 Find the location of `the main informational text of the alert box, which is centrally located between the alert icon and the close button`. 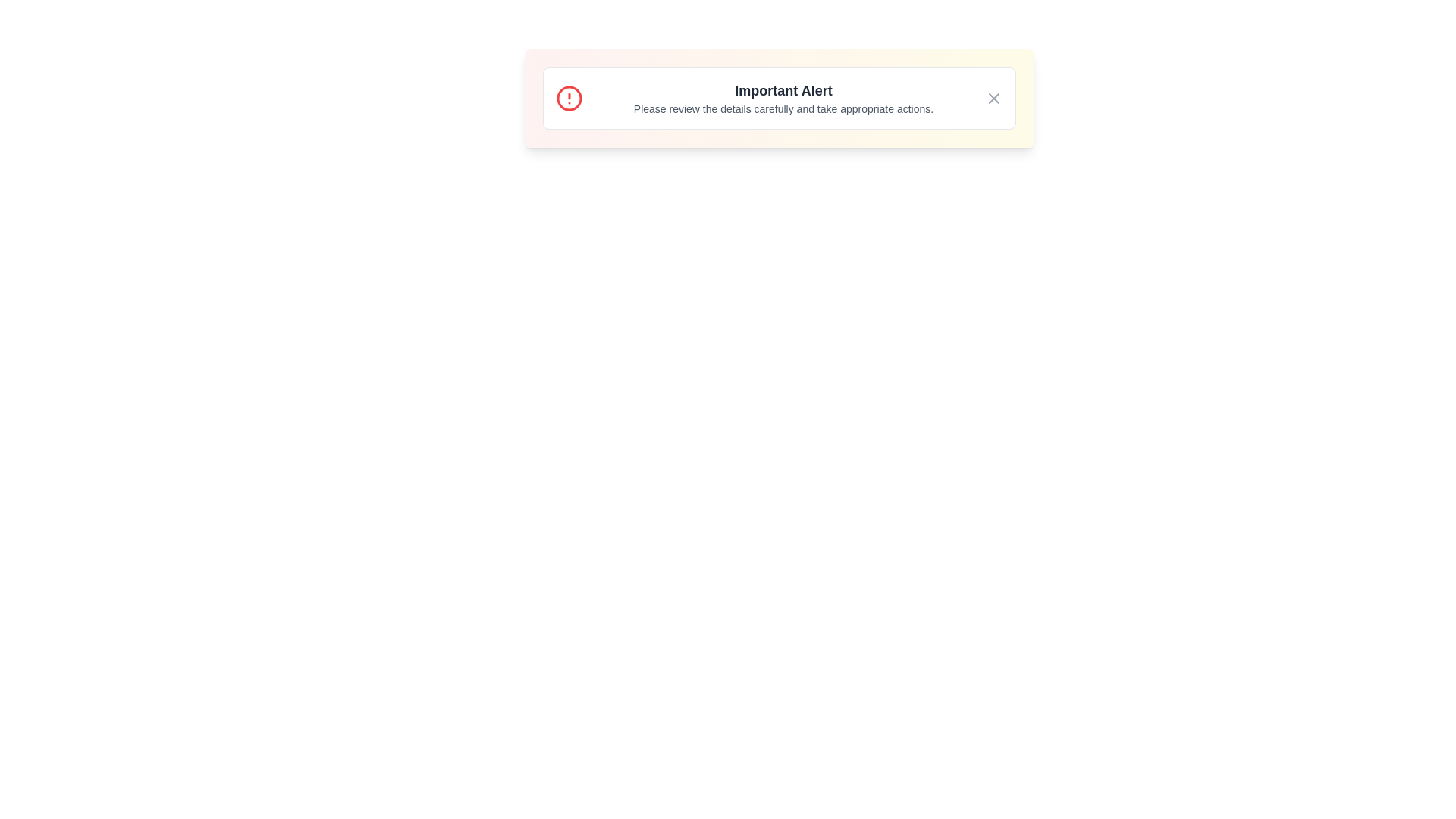

the main informational text of the alert box, which is centrally located between the alert icon and the close button is located at coordinates (783, 99).